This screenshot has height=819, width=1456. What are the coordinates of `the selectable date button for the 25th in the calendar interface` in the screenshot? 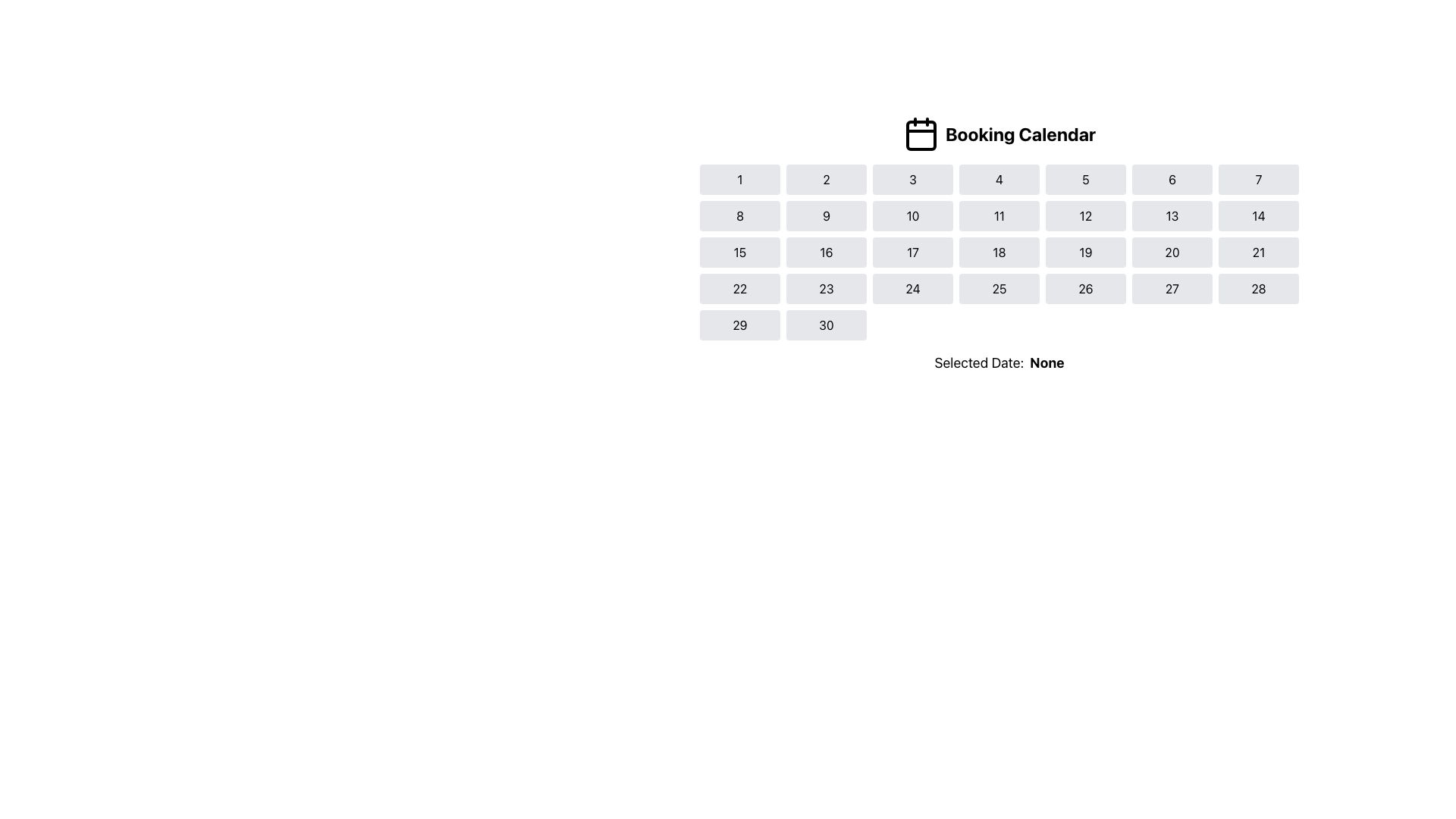 It's located at (999, 289).